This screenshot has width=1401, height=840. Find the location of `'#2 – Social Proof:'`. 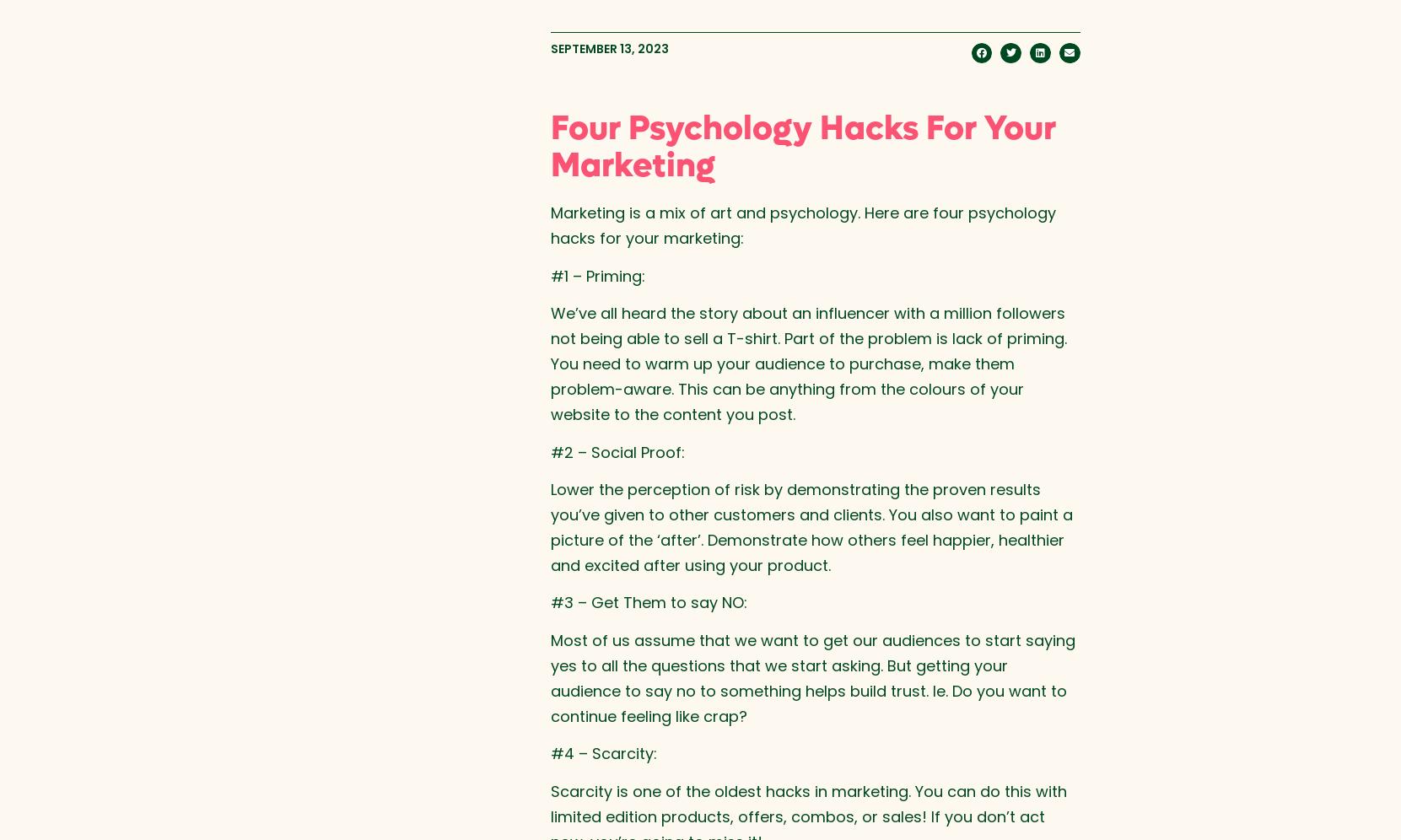

'#2 – Social Proof:' is located at coordinates (617, 451).